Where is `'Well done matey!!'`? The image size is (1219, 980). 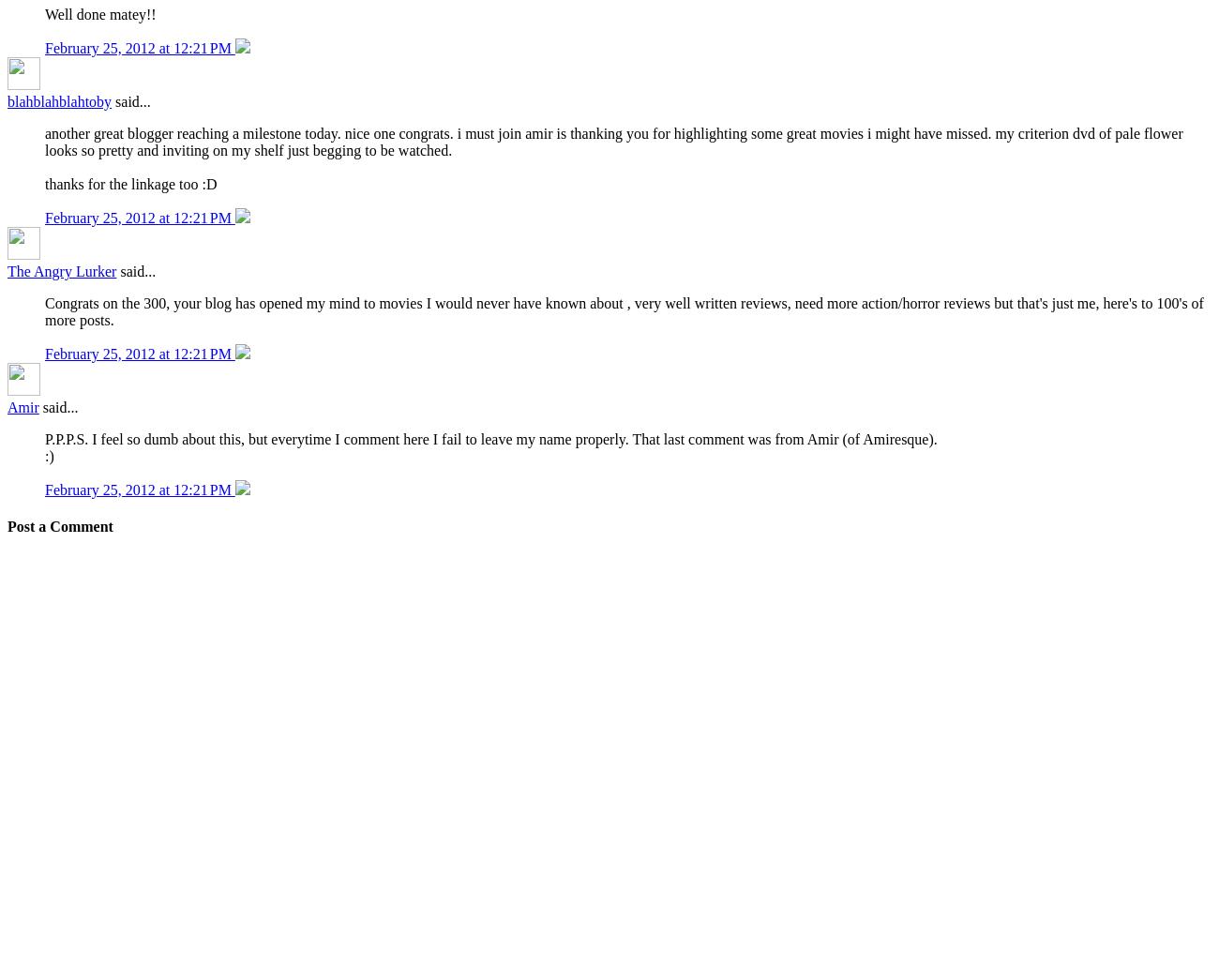
'Well done matey!!' is located at coordinates (99, 13).